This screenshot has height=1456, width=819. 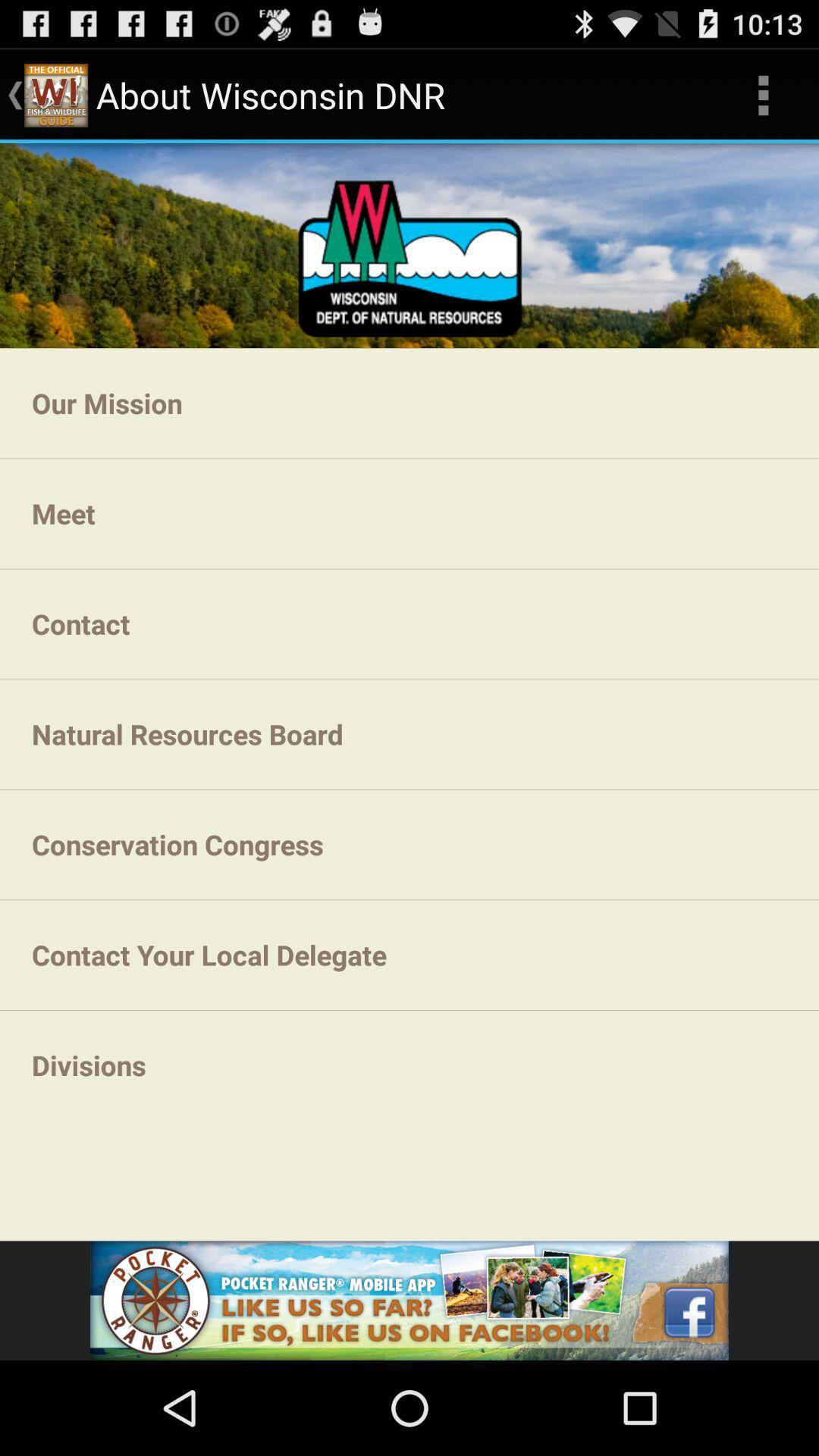 I want to click on facebook, so click(x=409, y=1300).